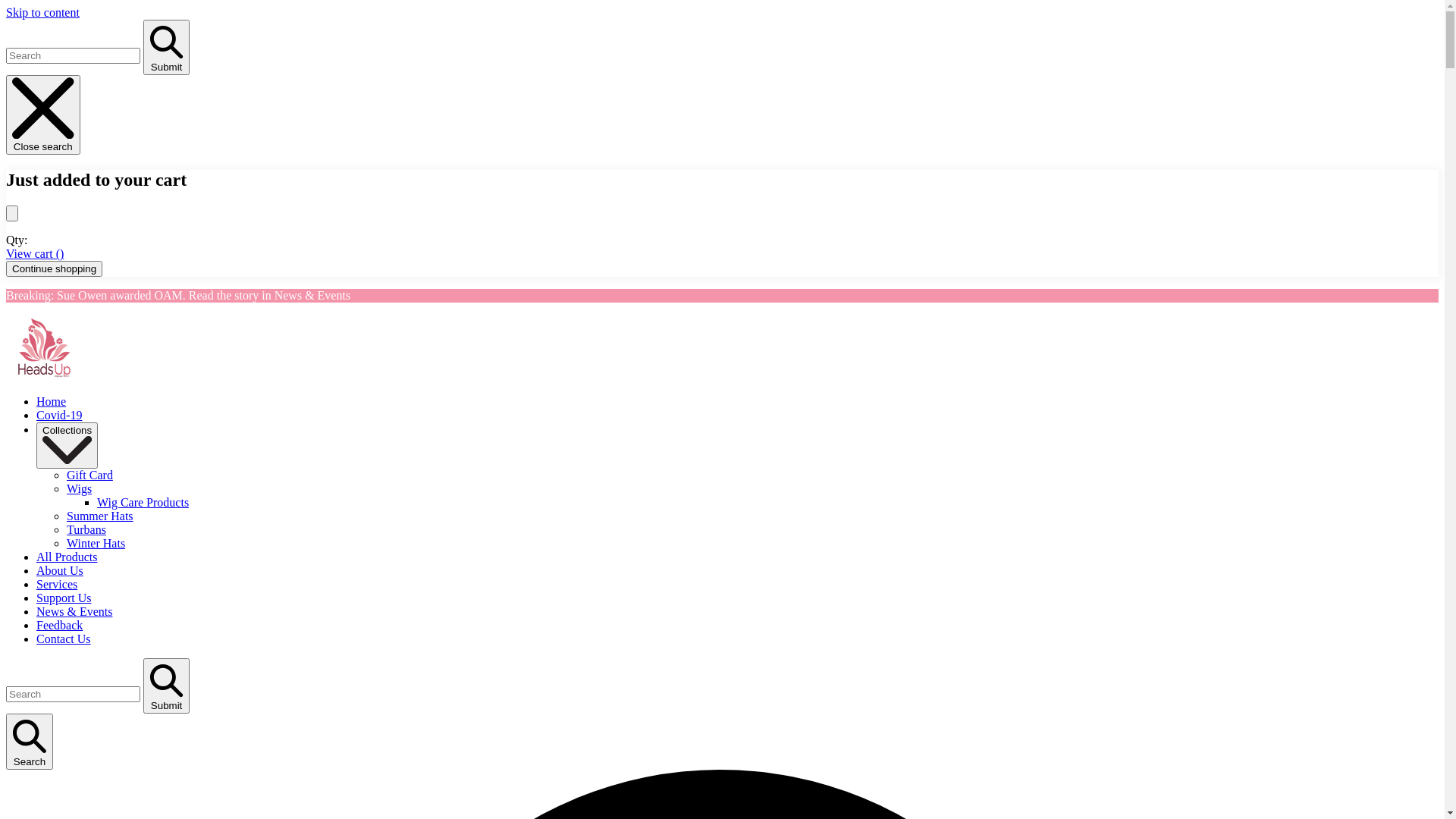 The height and width of the screenshot is (819, 1456). Describe the element at coordinates (42, 12) in the screenshot. I see `'Skip to content'` at that location.